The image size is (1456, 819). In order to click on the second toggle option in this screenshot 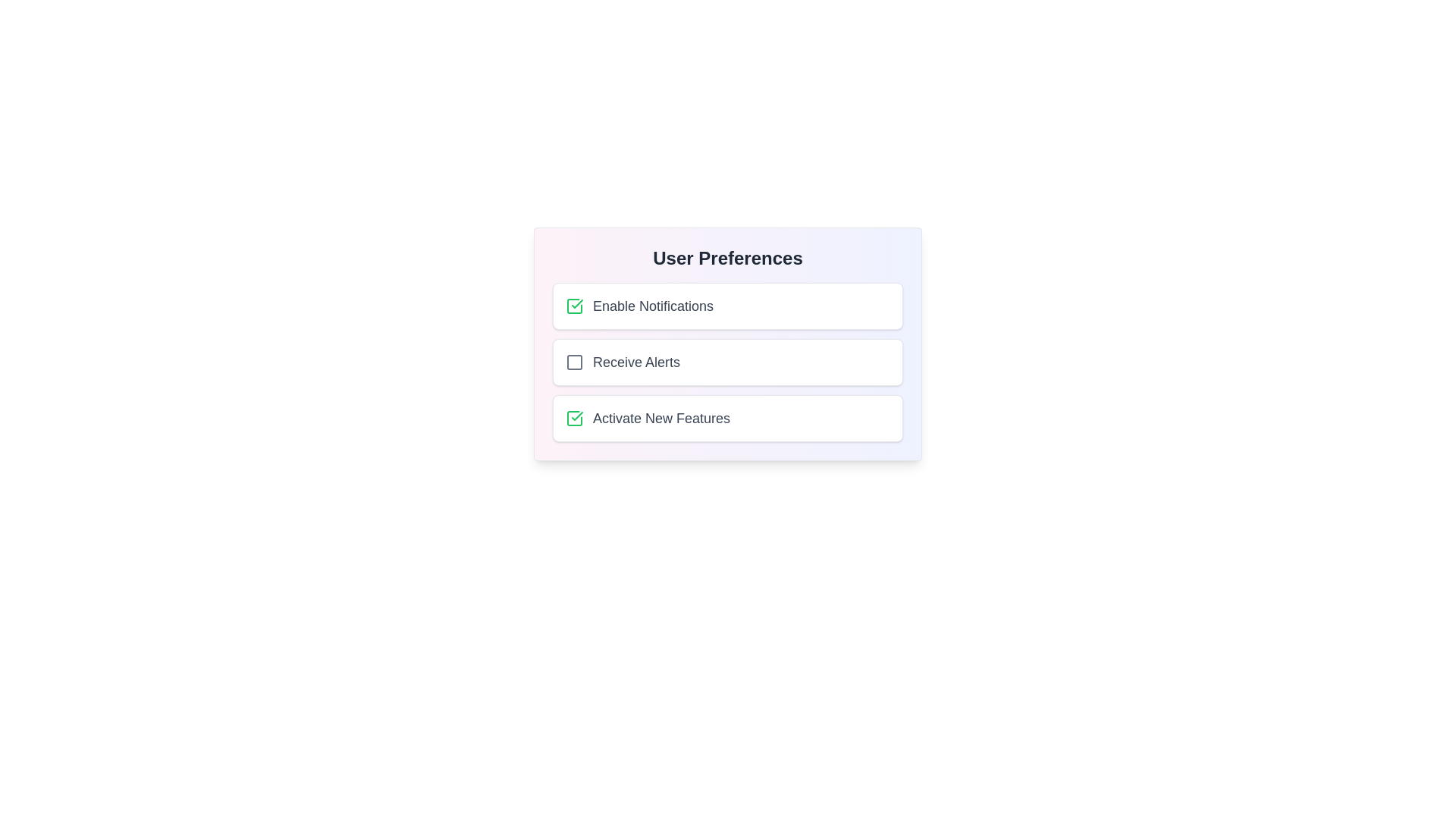, I will do `click(728, 362)`.